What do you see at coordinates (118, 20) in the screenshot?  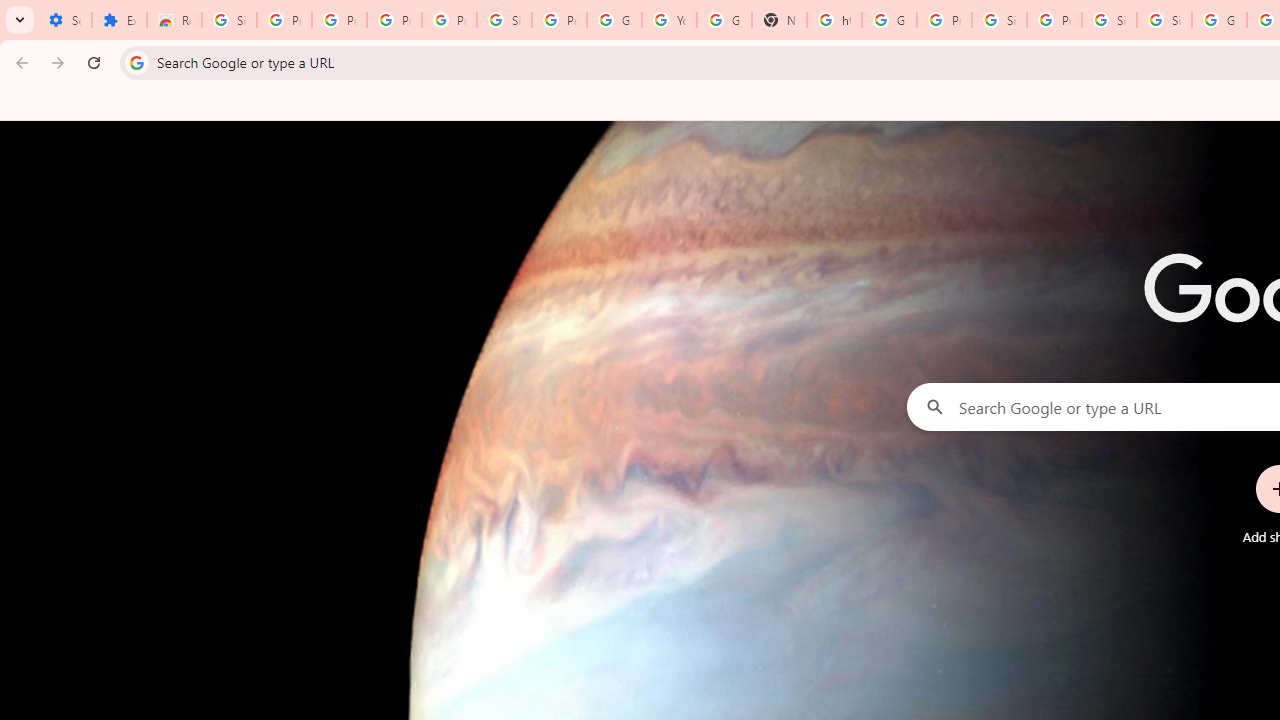 I see `'Extensions'` at bounding box center [118, 20].